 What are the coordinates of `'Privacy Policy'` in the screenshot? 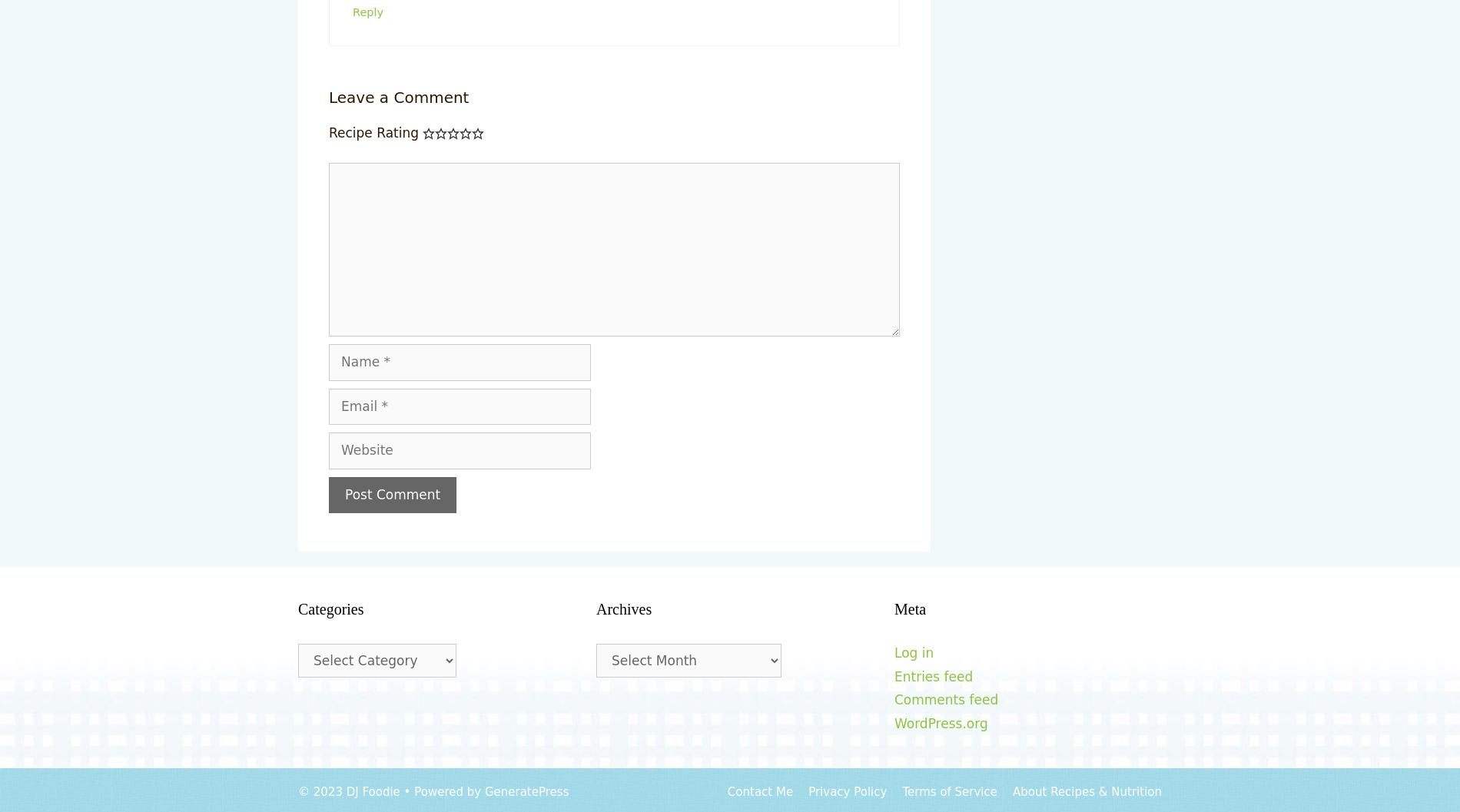 It's located at (847, 790).